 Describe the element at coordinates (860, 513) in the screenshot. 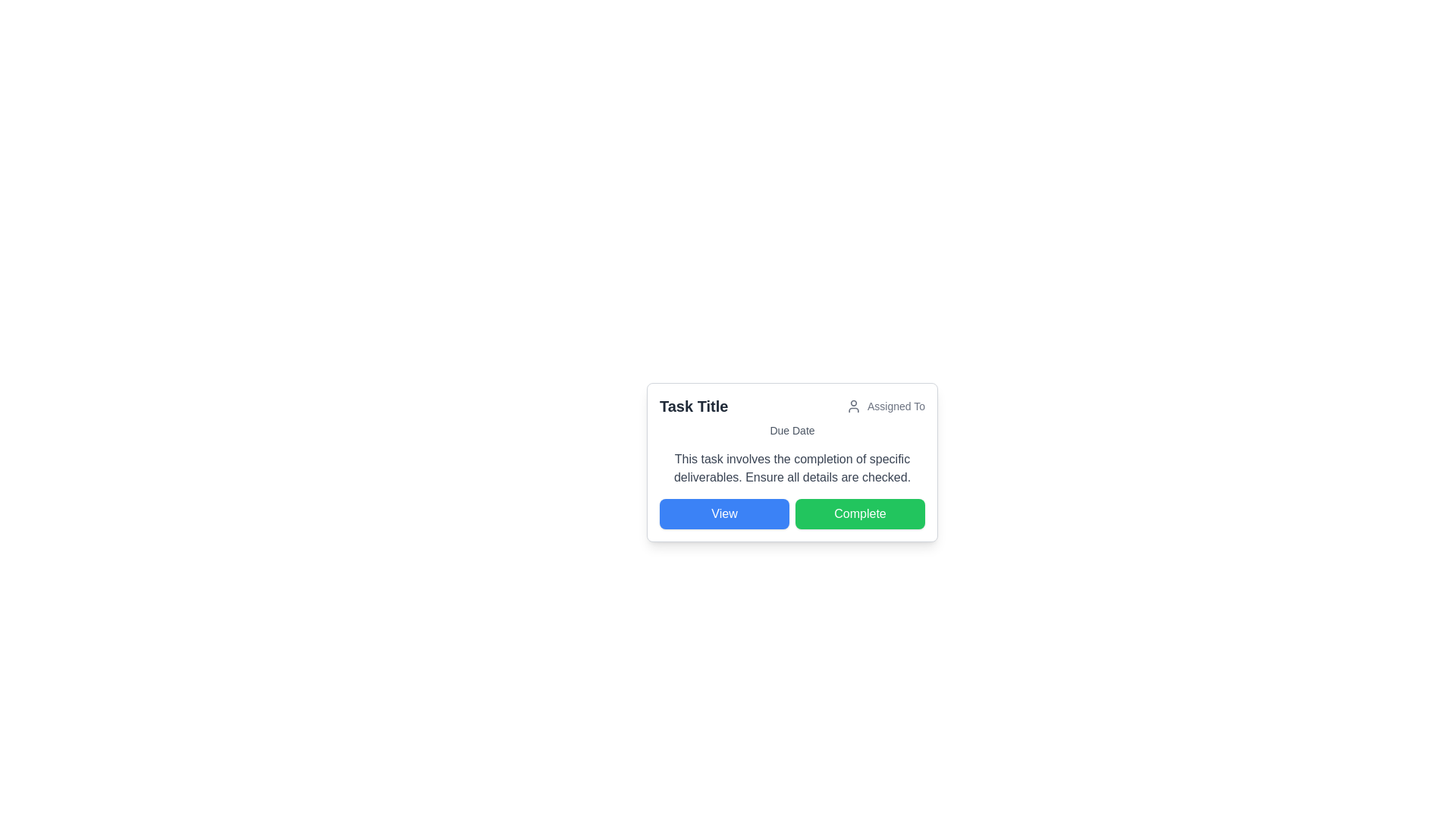

I see `the 'Complete' button, which is a prominent green button with white text, located in the bottom-right area of the card interface` at that location.